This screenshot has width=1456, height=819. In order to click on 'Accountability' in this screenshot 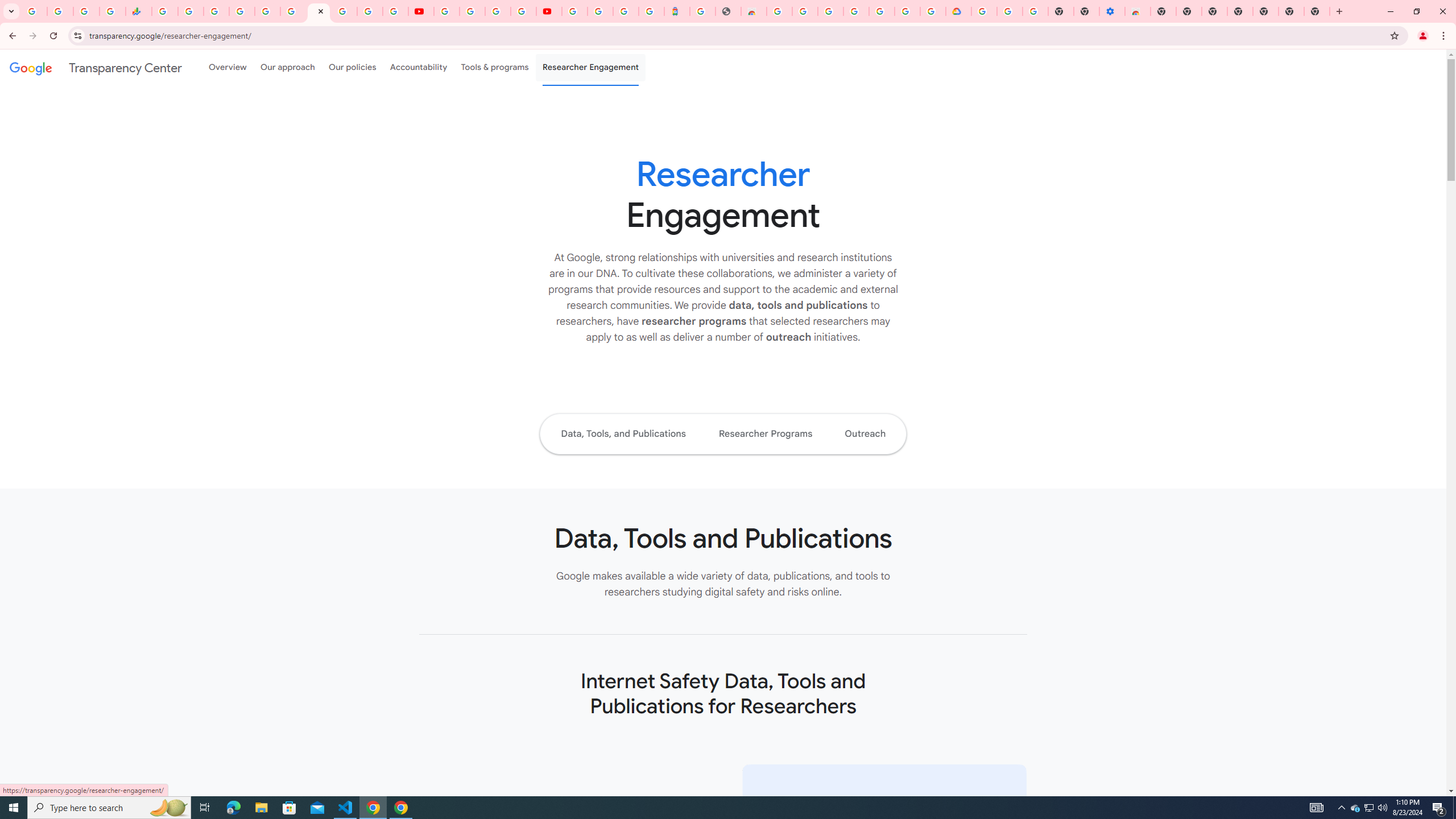, I will do `click(418, 67)`.